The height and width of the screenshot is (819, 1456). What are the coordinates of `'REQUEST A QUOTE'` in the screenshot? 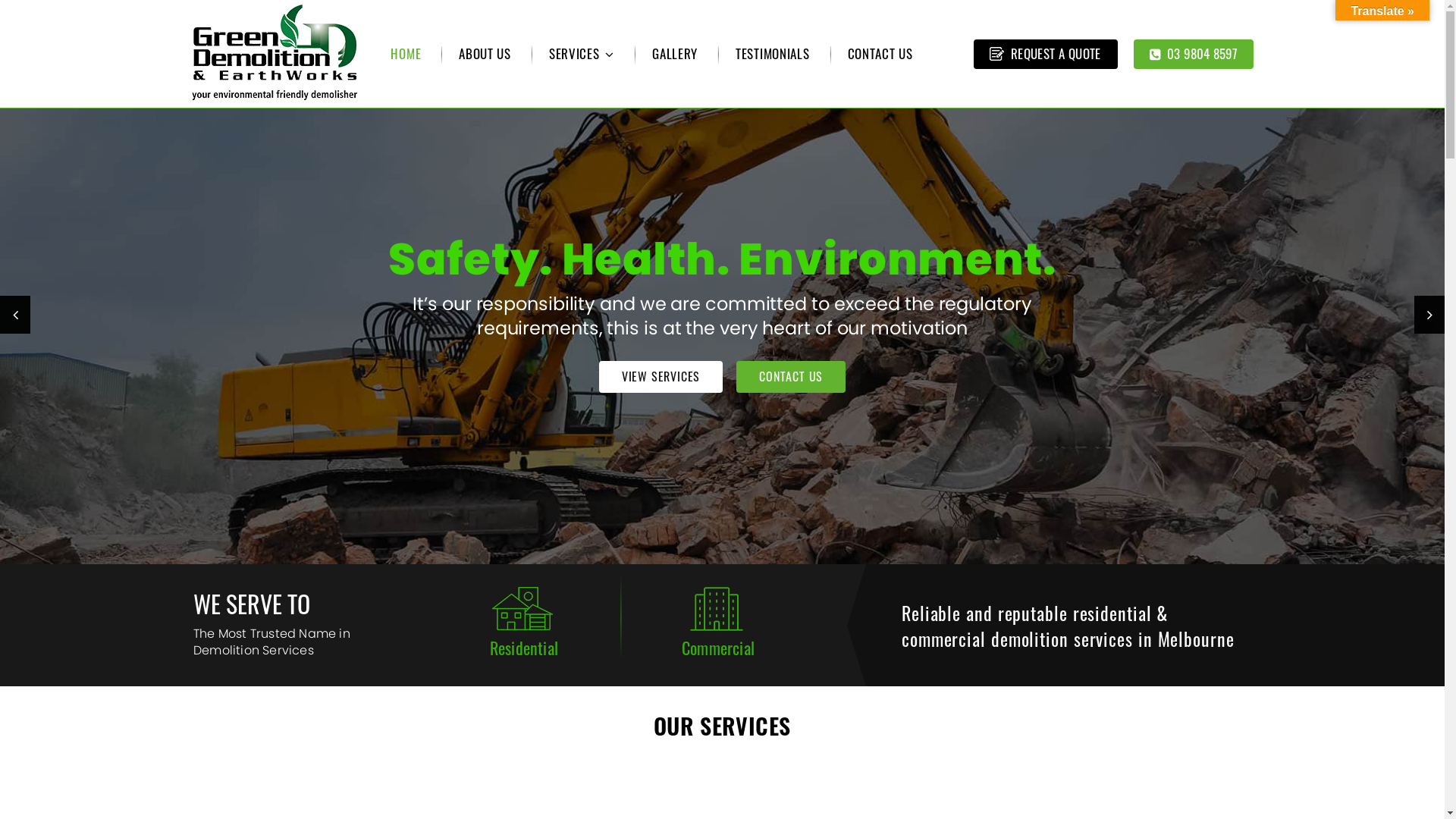 It's located at (1044, 53).